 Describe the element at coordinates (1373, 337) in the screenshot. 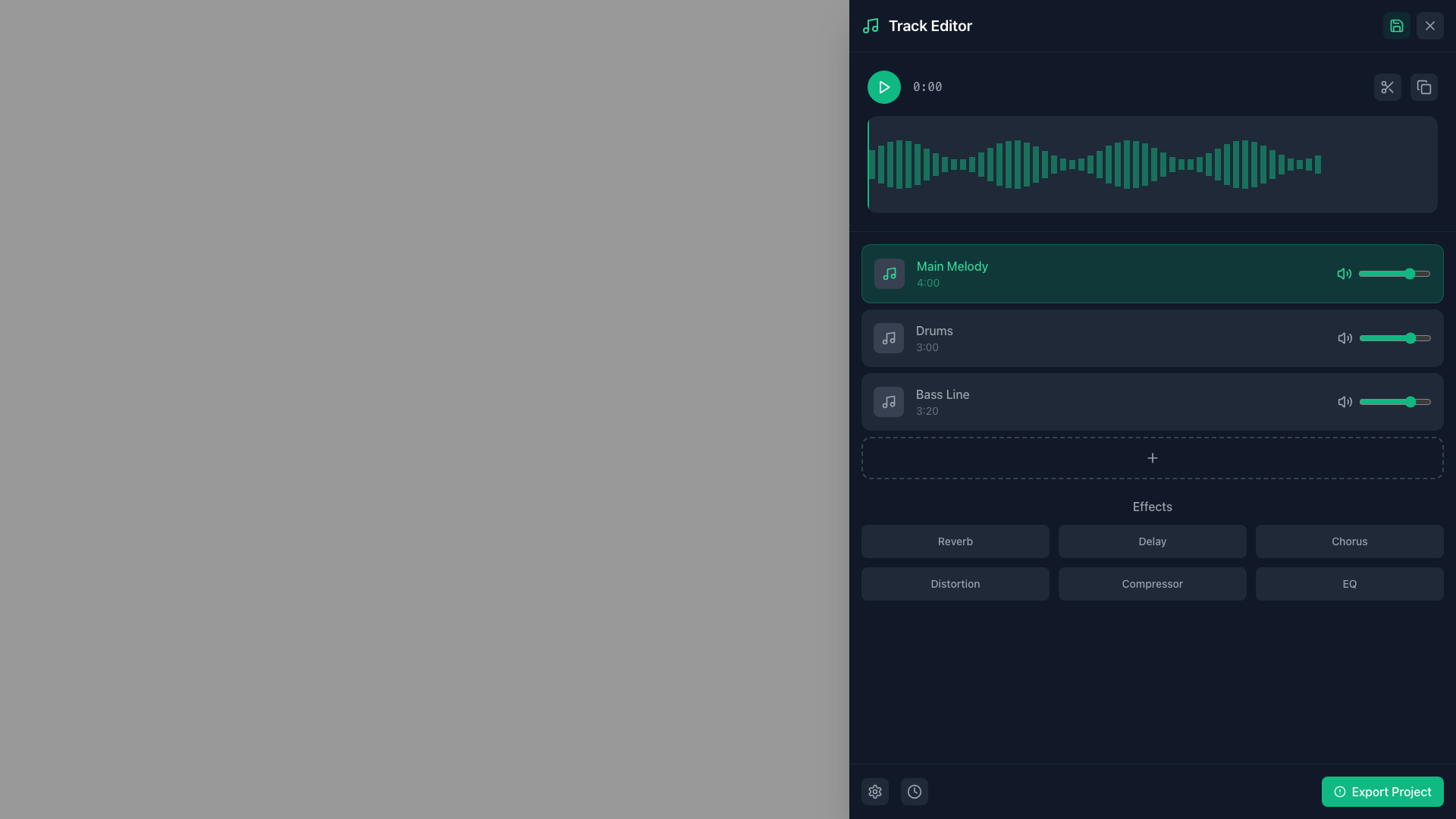

I see `the volume slider` at that location.